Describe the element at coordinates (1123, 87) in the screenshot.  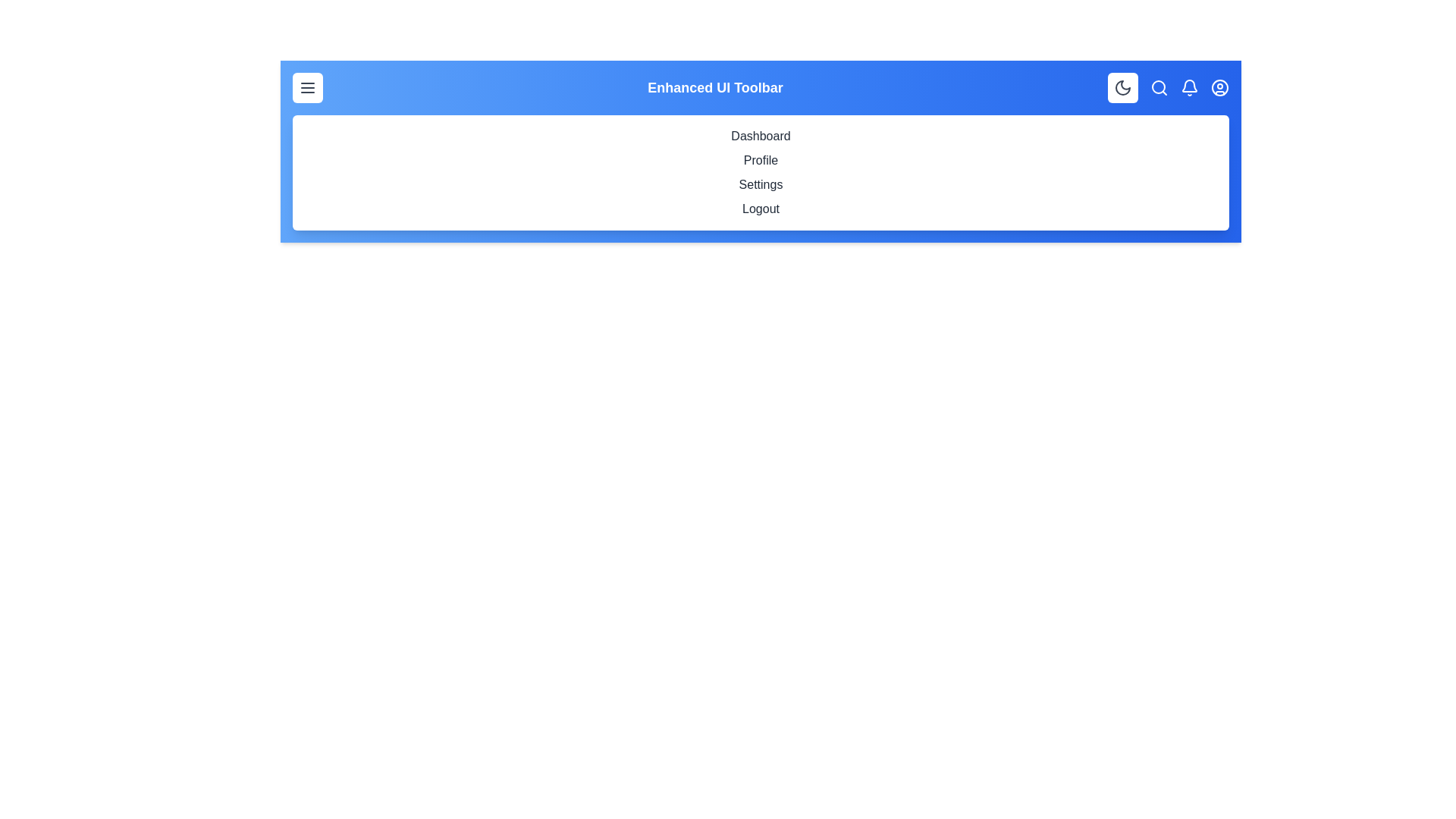
I see `button with the Moon/Sun icon to toggle the theme` at that location.